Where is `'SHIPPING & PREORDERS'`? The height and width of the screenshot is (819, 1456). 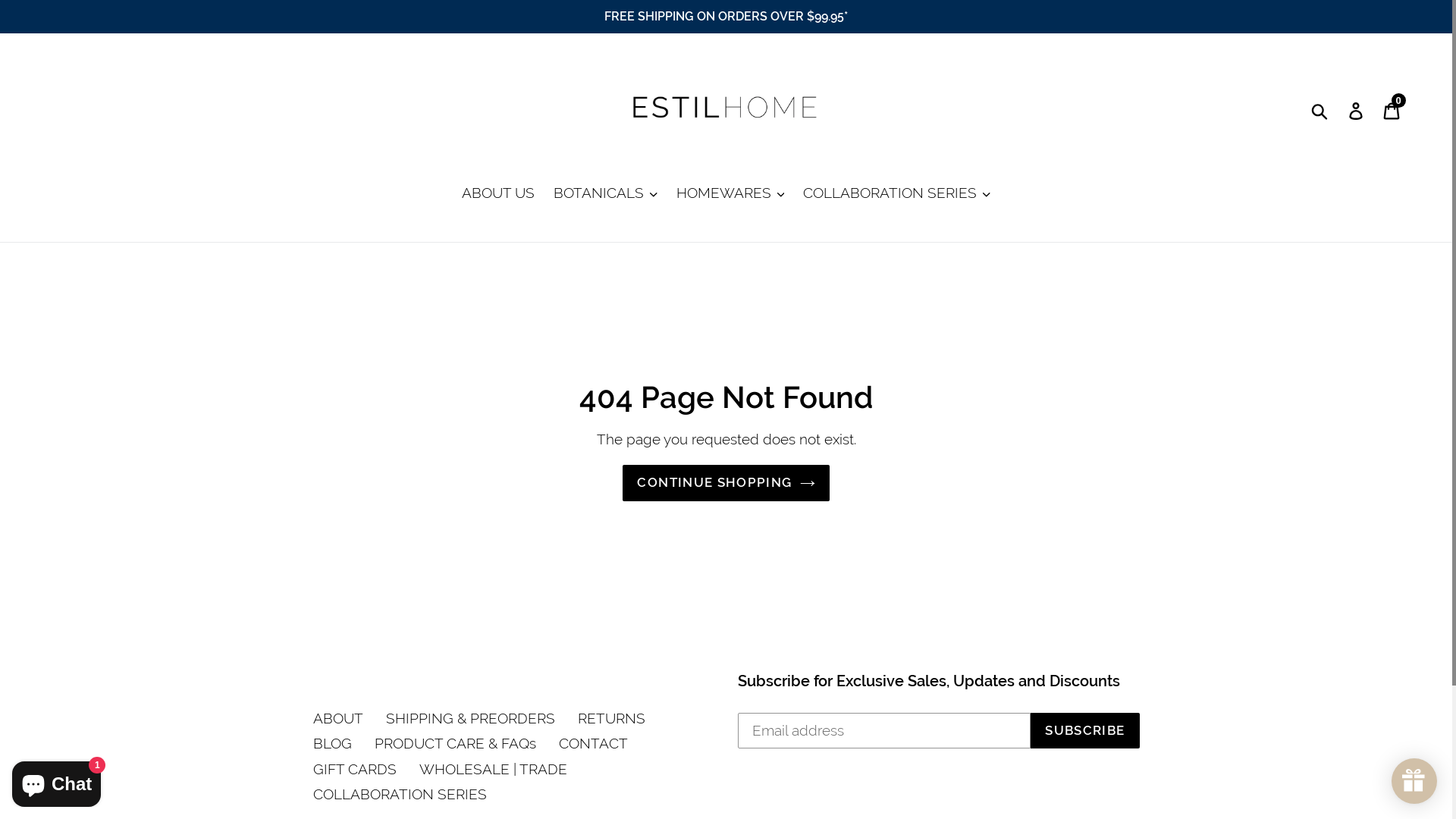 'SHIPPING & PREORDERS' is located at coordinates (469, 717).